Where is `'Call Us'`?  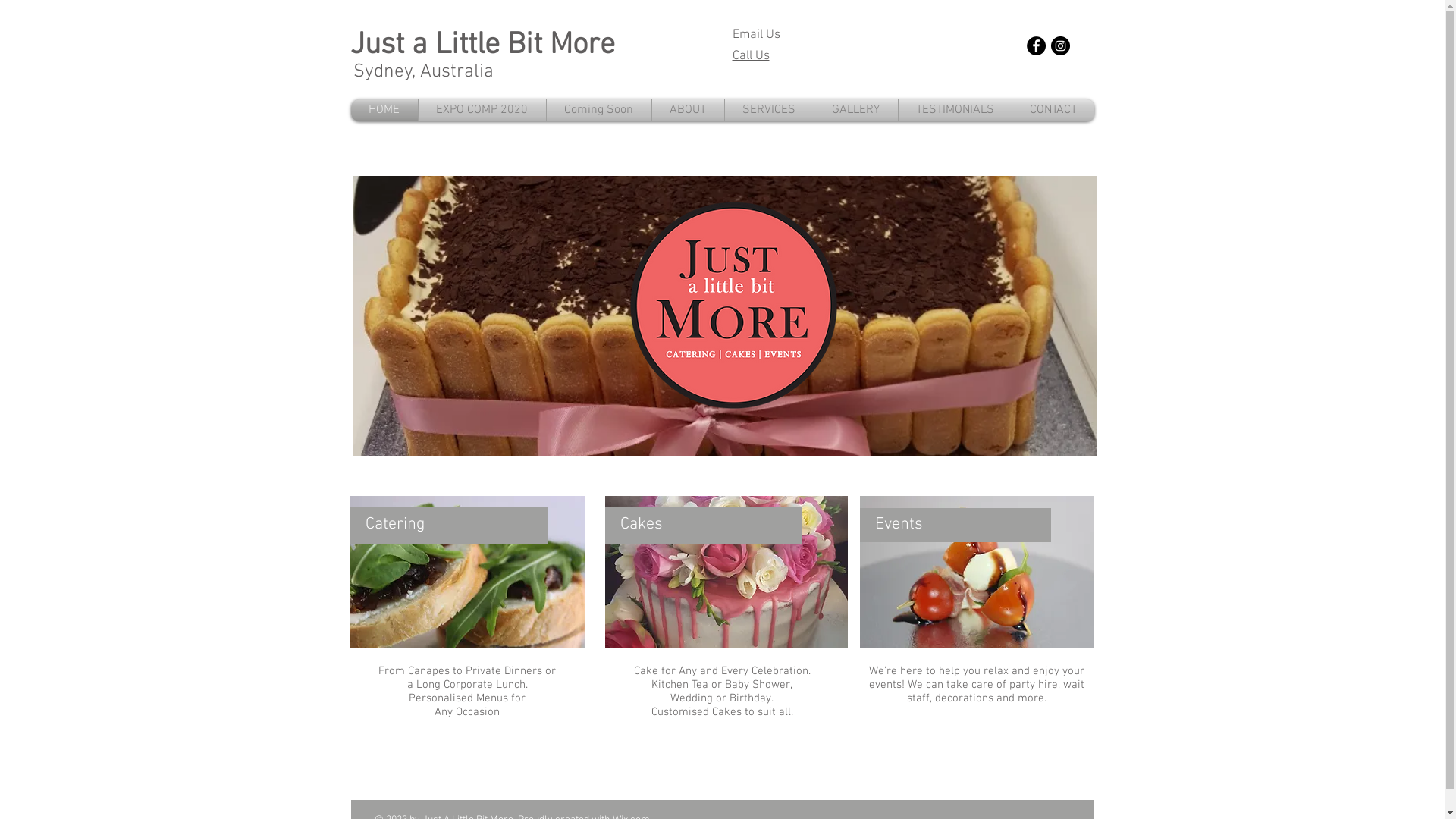
'Call Us' is located at coordinates (732, 55).